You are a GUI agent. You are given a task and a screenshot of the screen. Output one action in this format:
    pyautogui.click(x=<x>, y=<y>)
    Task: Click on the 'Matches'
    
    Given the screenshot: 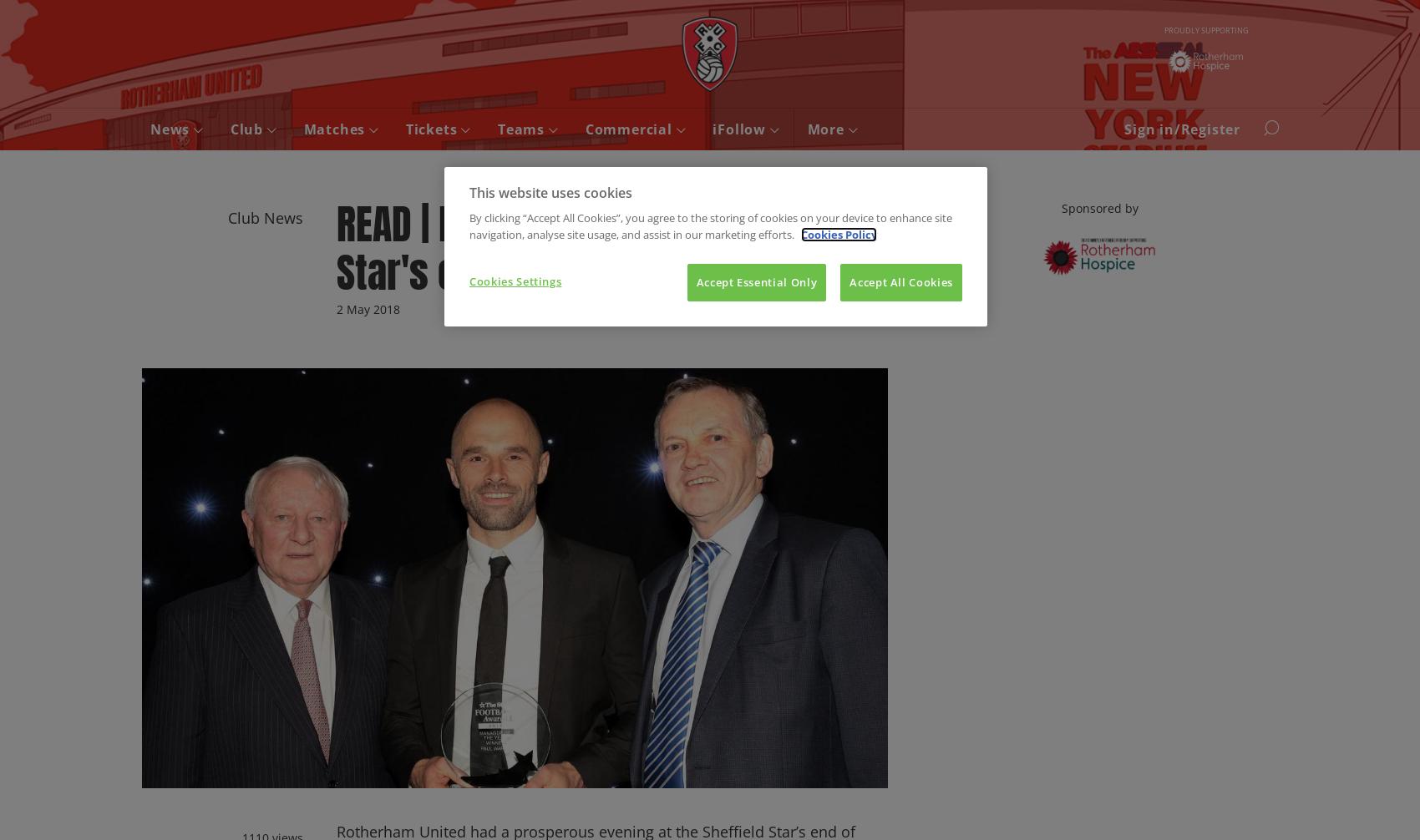 What is the action you would take?
    pyautogui.click(x=335, y=129)
    